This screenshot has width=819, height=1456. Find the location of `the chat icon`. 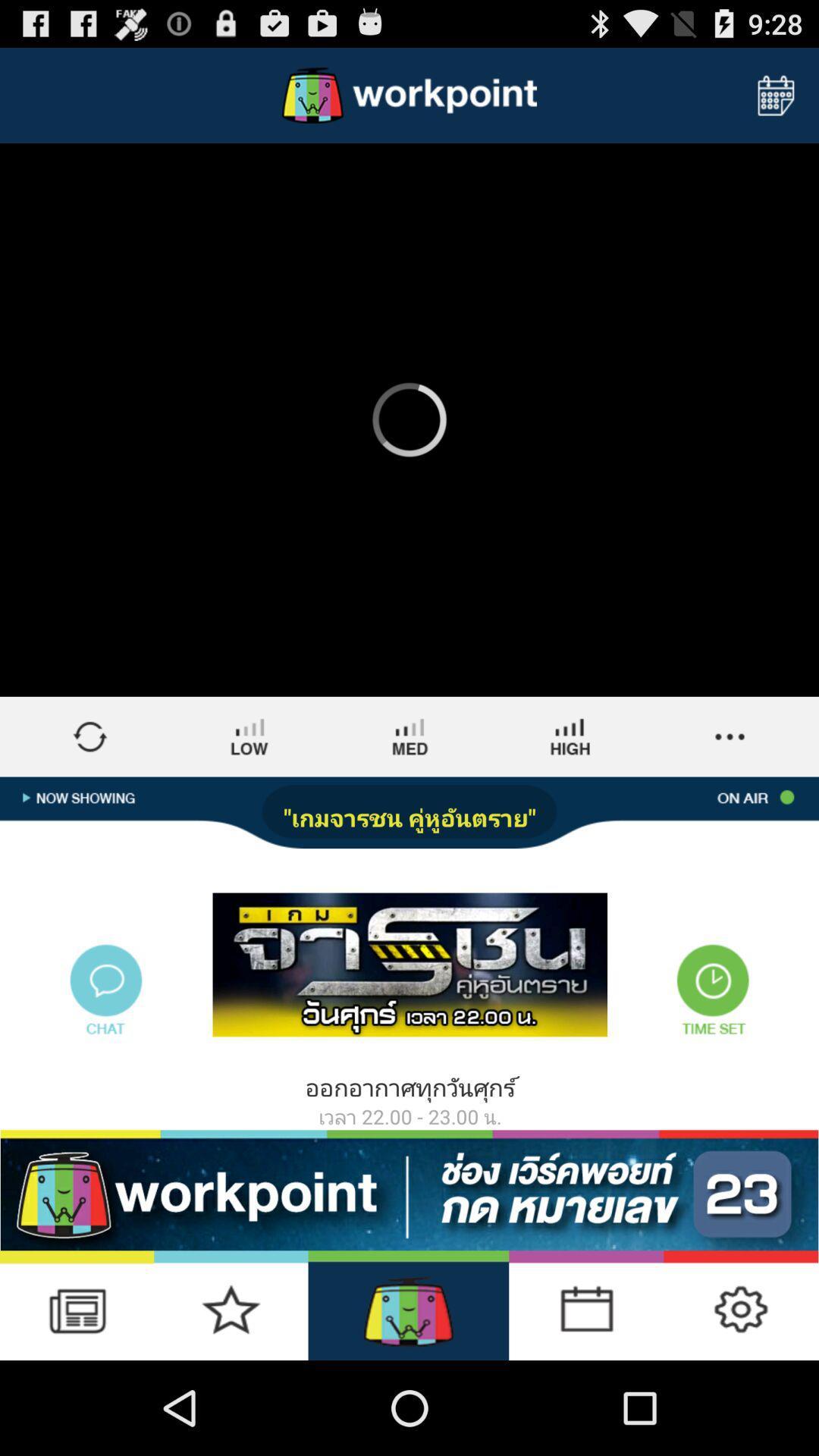

the chat icon is located at coordinates (105, 1058).